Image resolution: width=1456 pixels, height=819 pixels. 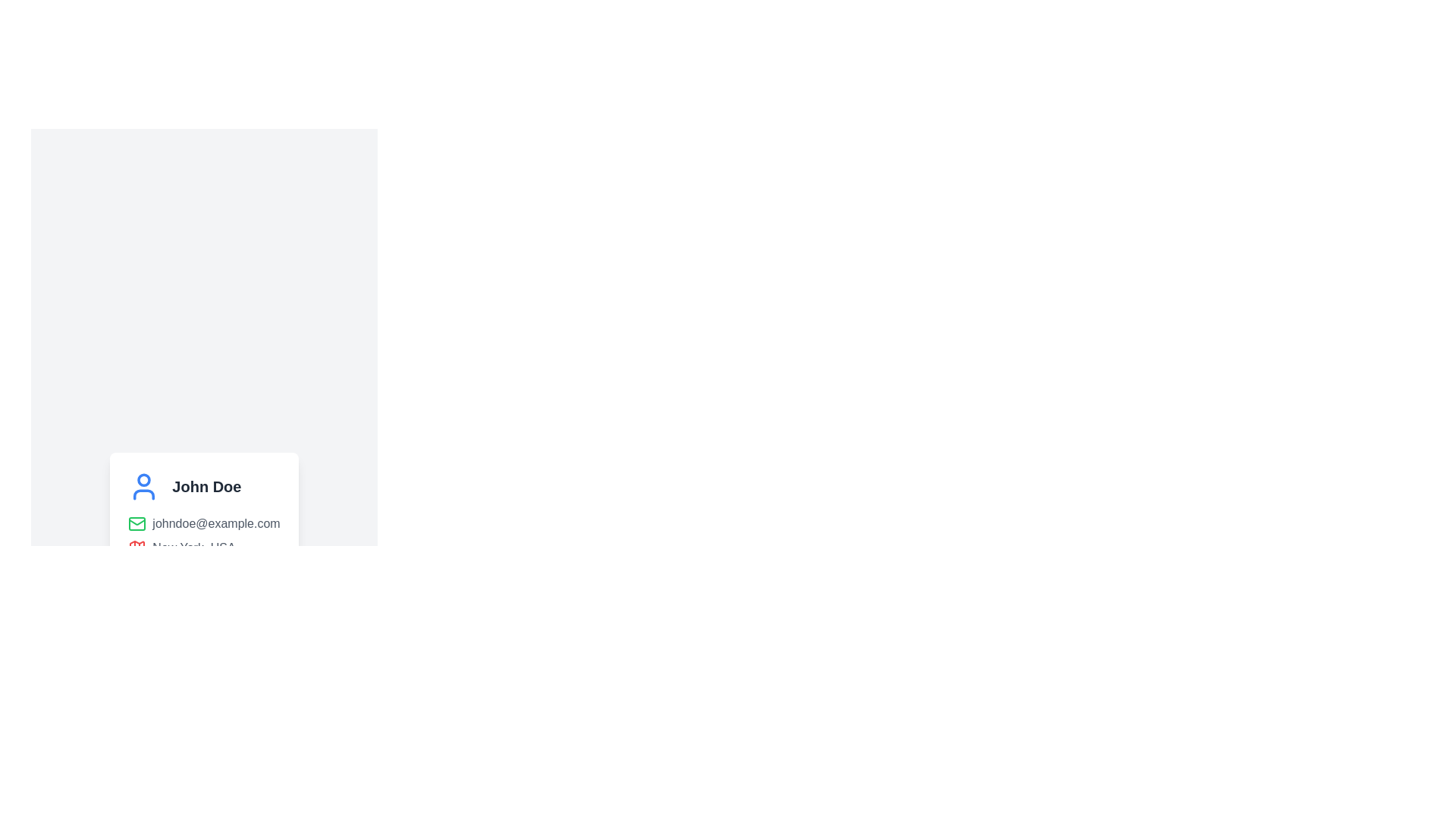 What do you see at coordinates (203, 537) in the screenshot?
I see `the user profile card displaying 'John Doe', which contains a blue user icon, an email address, and a location in New York, USA` at bounding box center [203, 537].